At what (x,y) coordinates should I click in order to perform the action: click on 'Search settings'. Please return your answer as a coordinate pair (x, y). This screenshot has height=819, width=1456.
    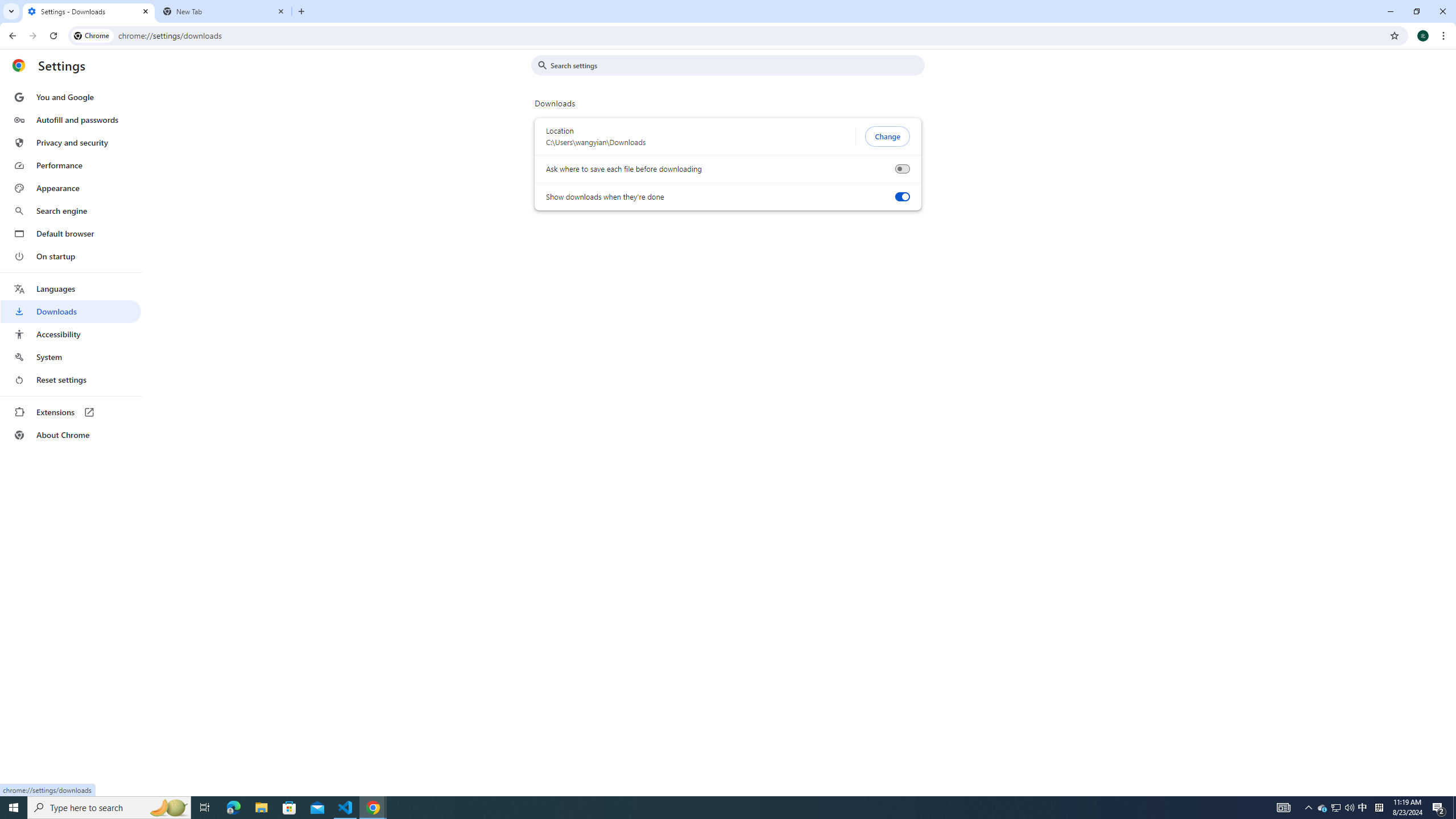
    Looking at the image, I should click on (735, 65).